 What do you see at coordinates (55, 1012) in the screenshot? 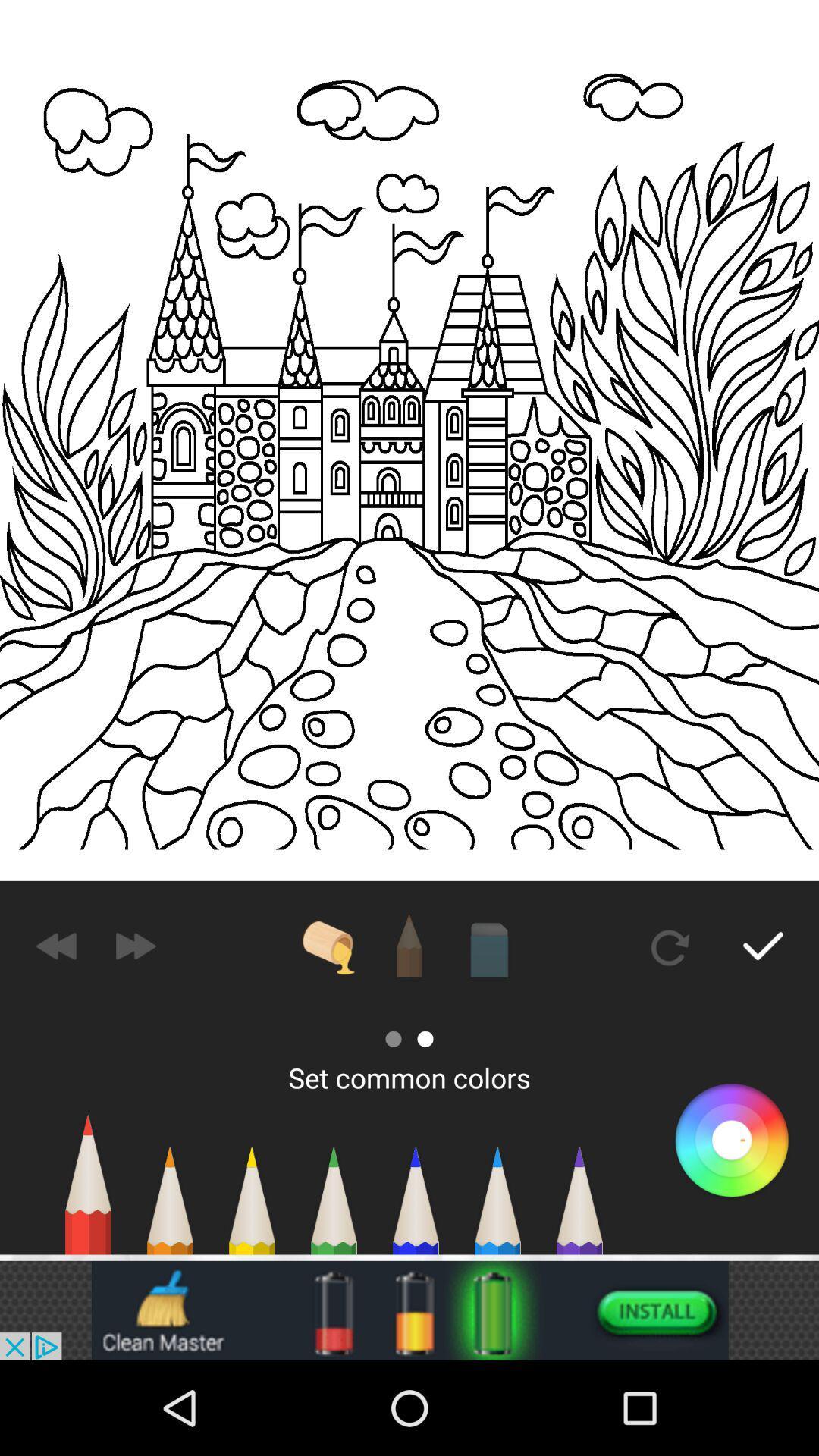
I see `the av_rewind icon` at bounding box center [55, 1012].